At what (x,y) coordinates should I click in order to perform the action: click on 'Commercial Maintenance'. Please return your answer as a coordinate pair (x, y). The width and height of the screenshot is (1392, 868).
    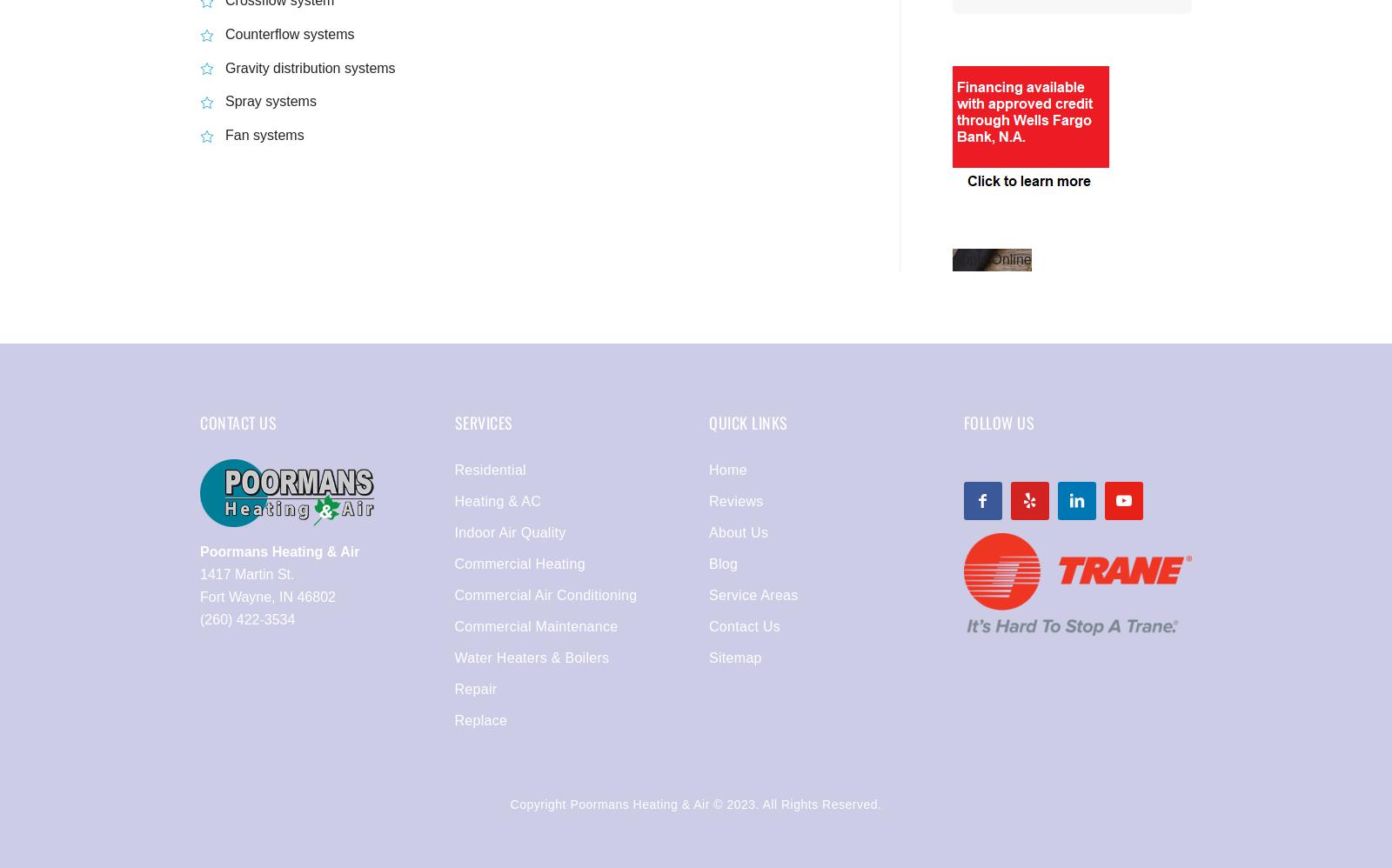
    Looking at the image, I should click on (452, 626).